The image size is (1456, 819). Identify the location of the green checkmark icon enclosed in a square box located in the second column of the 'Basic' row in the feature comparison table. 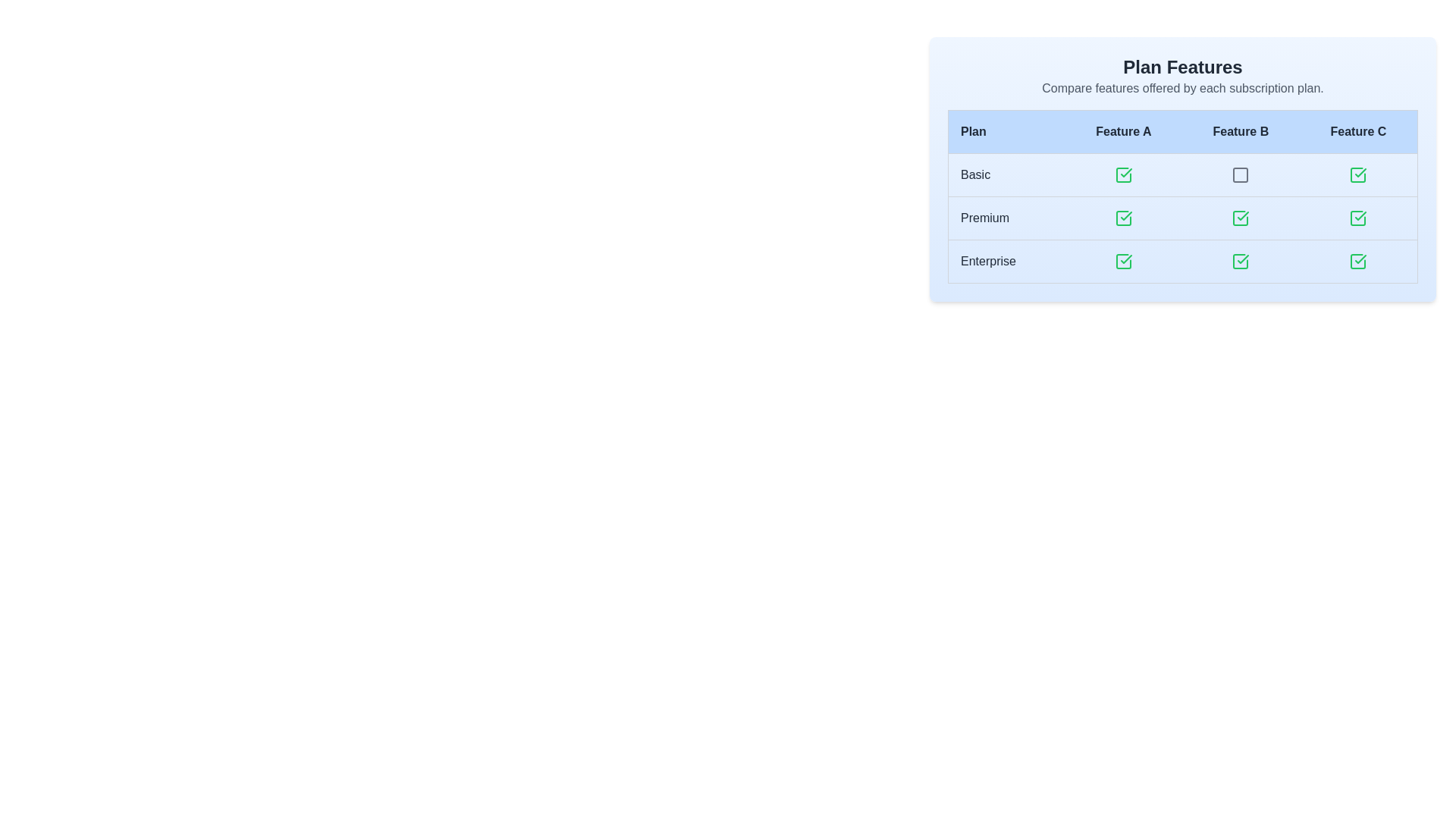
(1123, 174).